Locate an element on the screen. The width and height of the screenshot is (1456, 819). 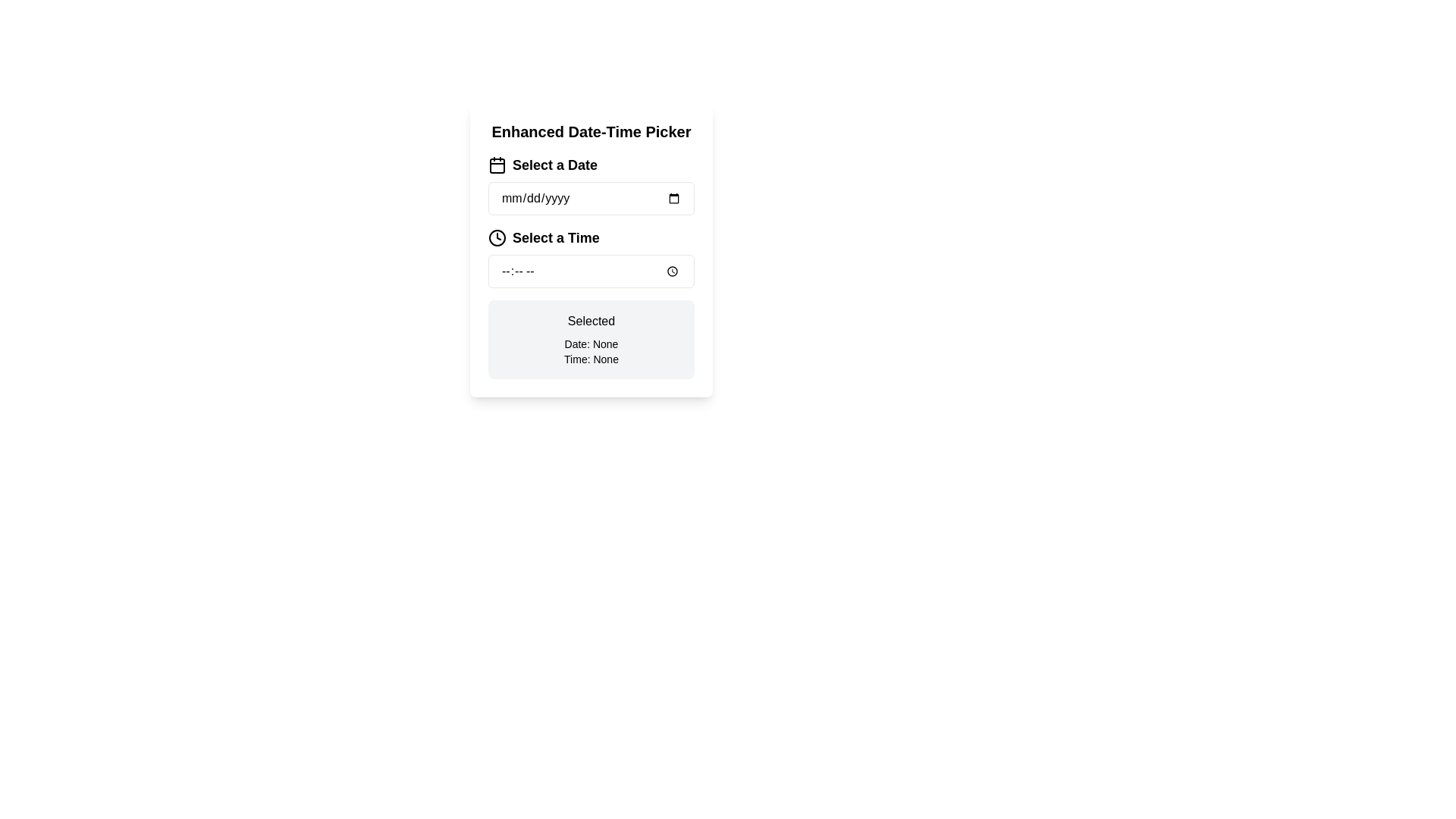
the clock icon located in the 'Select a Time' section, which is the first element in that row is located at coordinates (497, 237).